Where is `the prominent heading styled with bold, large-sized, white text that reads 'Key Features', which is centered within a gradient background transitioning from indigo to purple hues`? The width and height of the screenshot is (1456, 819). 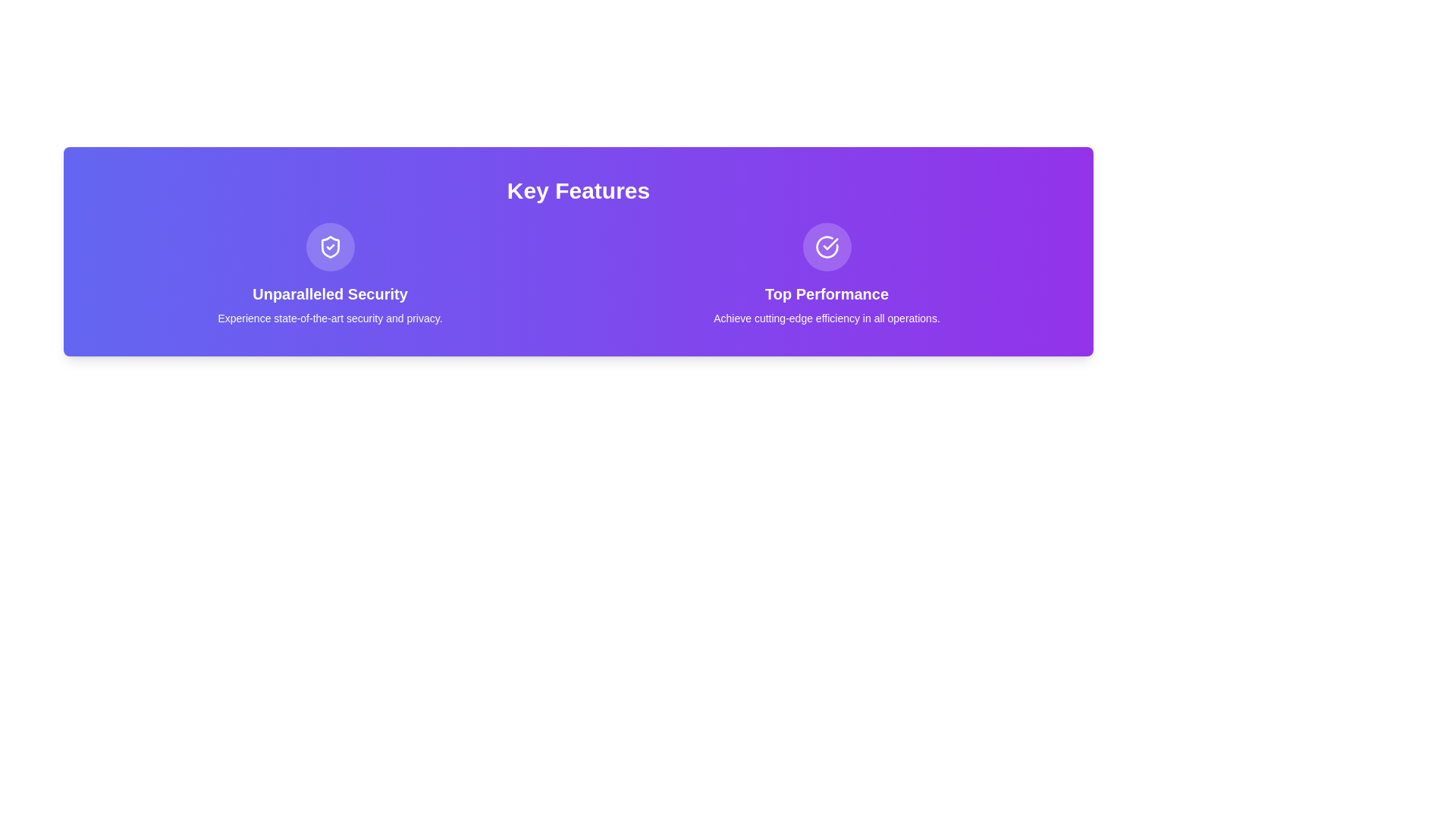 the prominent heading styled with bold, large-sized, white text that reads 'Key Features', which is centered within a gradient background transitioning from indigo to purple hues is located at coordinates (578, 190).